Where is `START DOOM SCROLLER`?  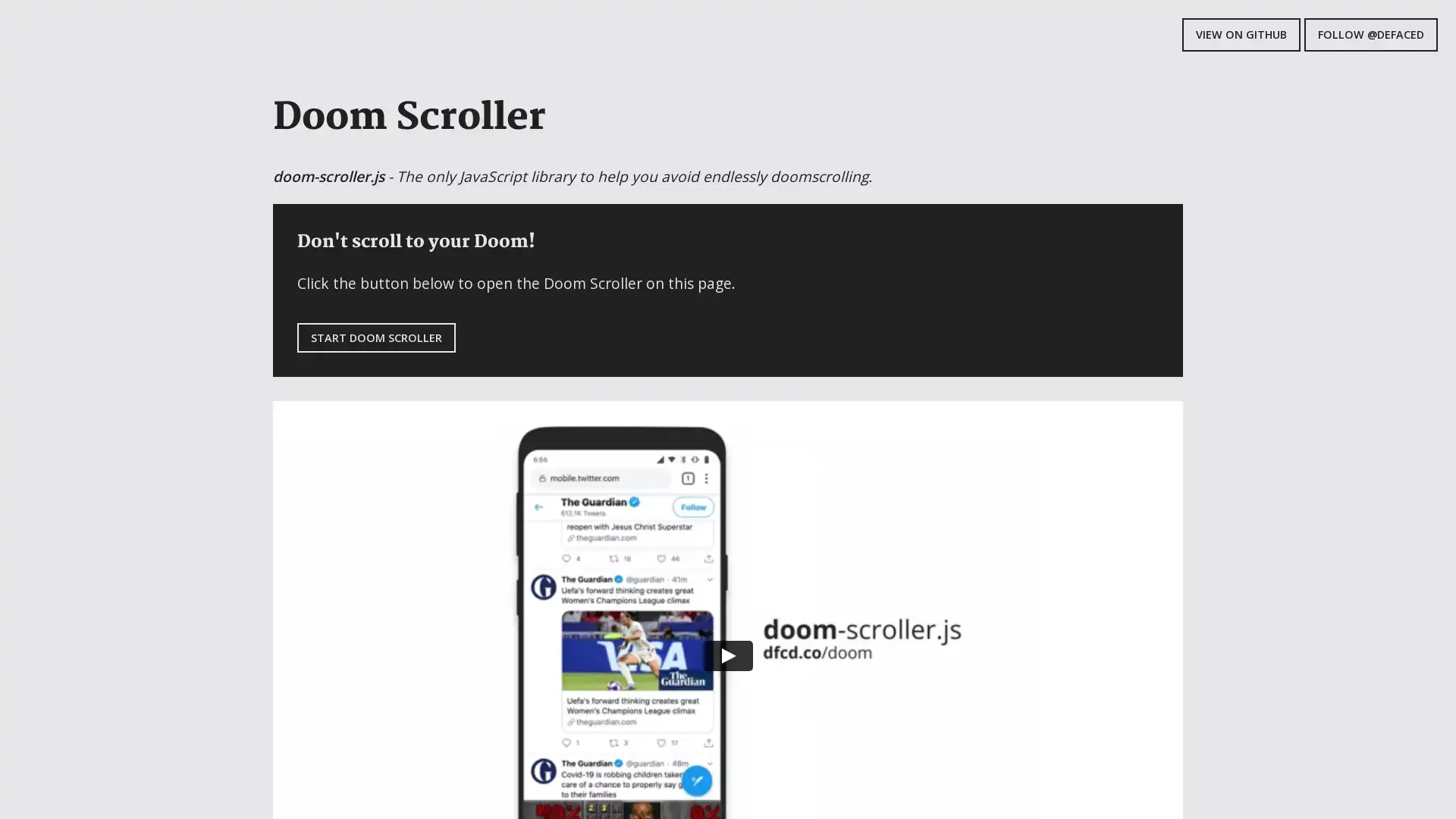 START DOOM SCROLLER is located at coordinates (376, 337).